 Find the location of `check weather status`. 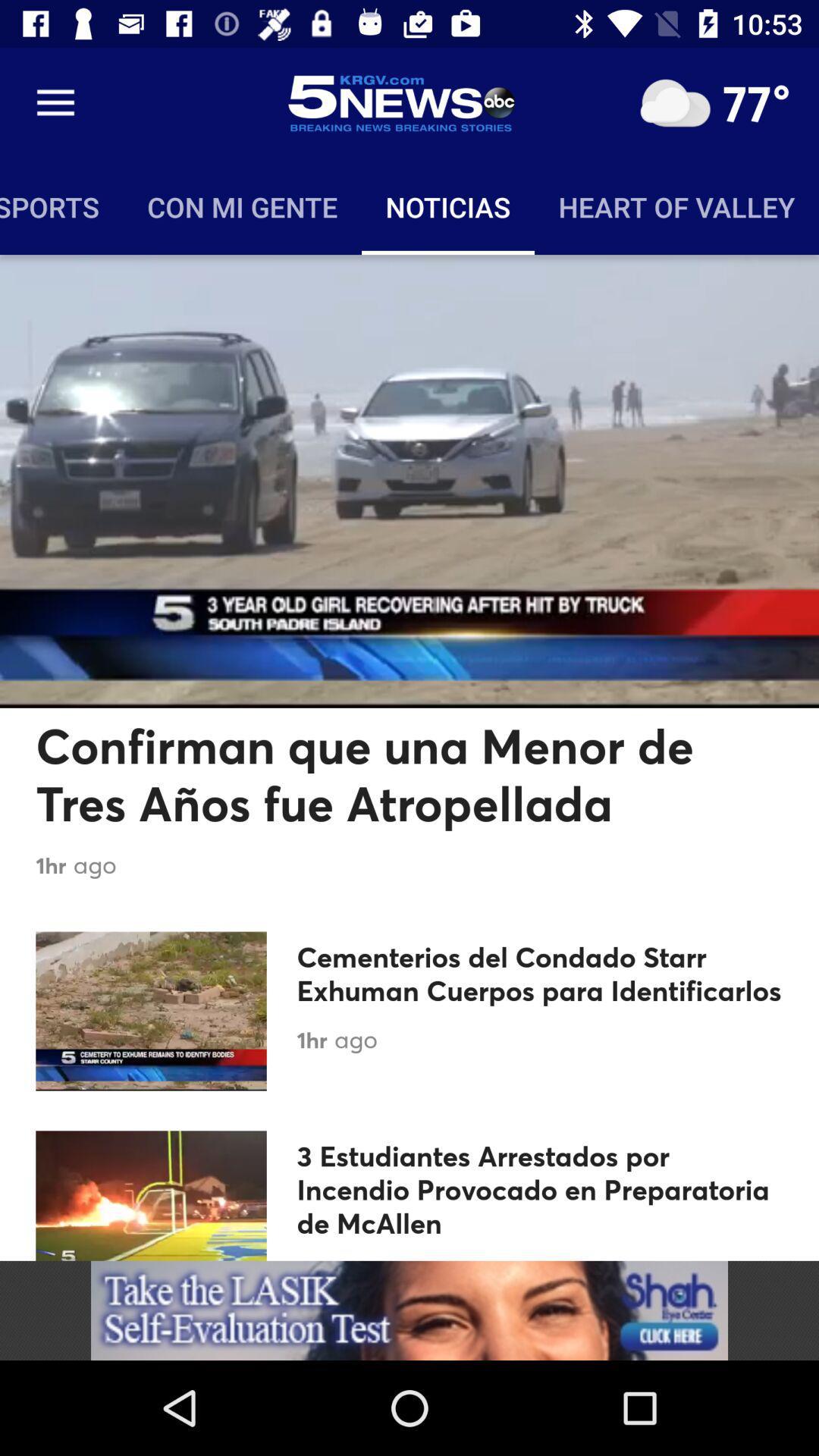

check weather status is located at coordinates (674, 102).